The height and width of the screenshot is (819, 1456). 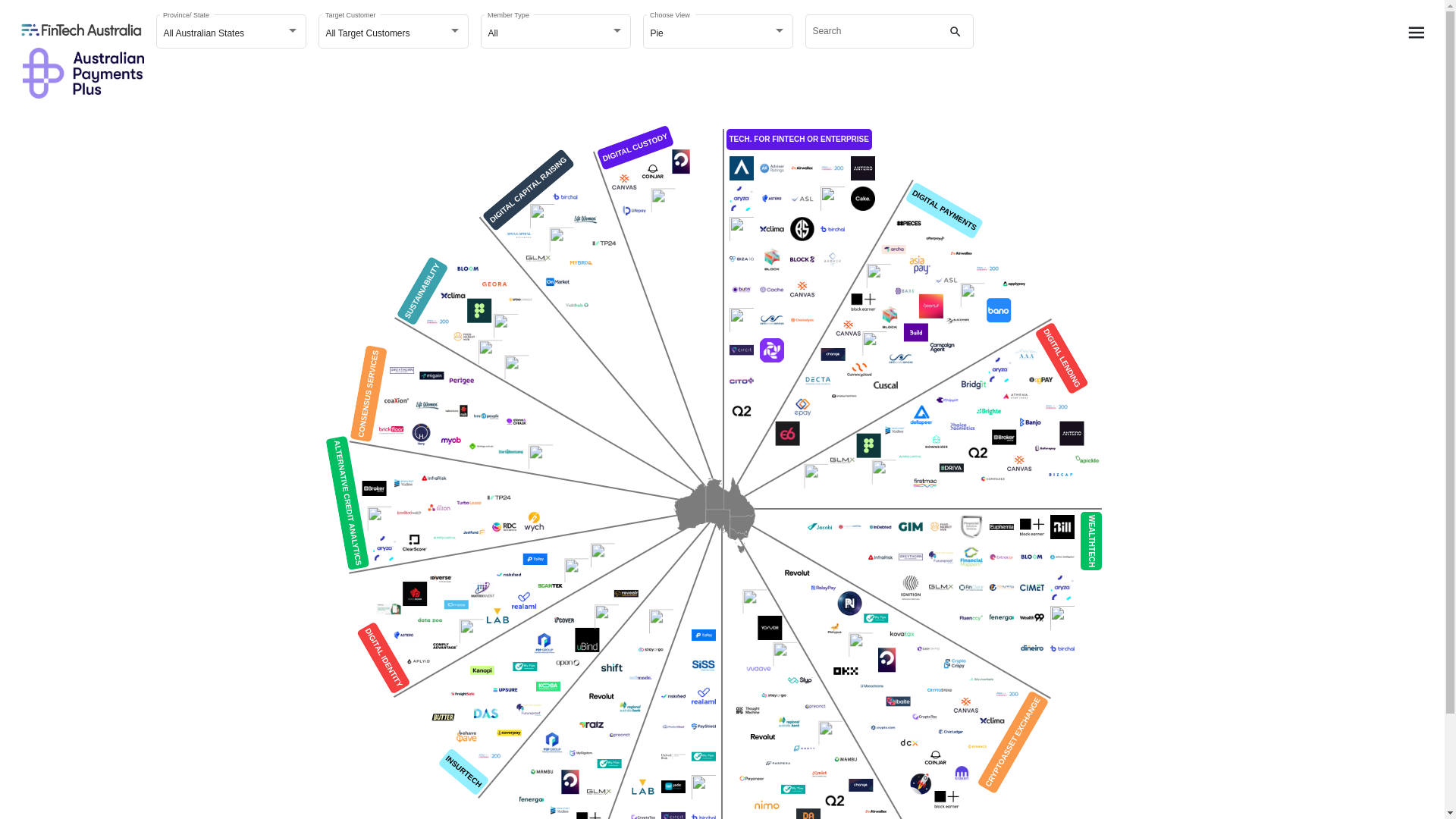 I want to click on 'Frankie Financial Pty Ltd', so click(x=469, y=631).